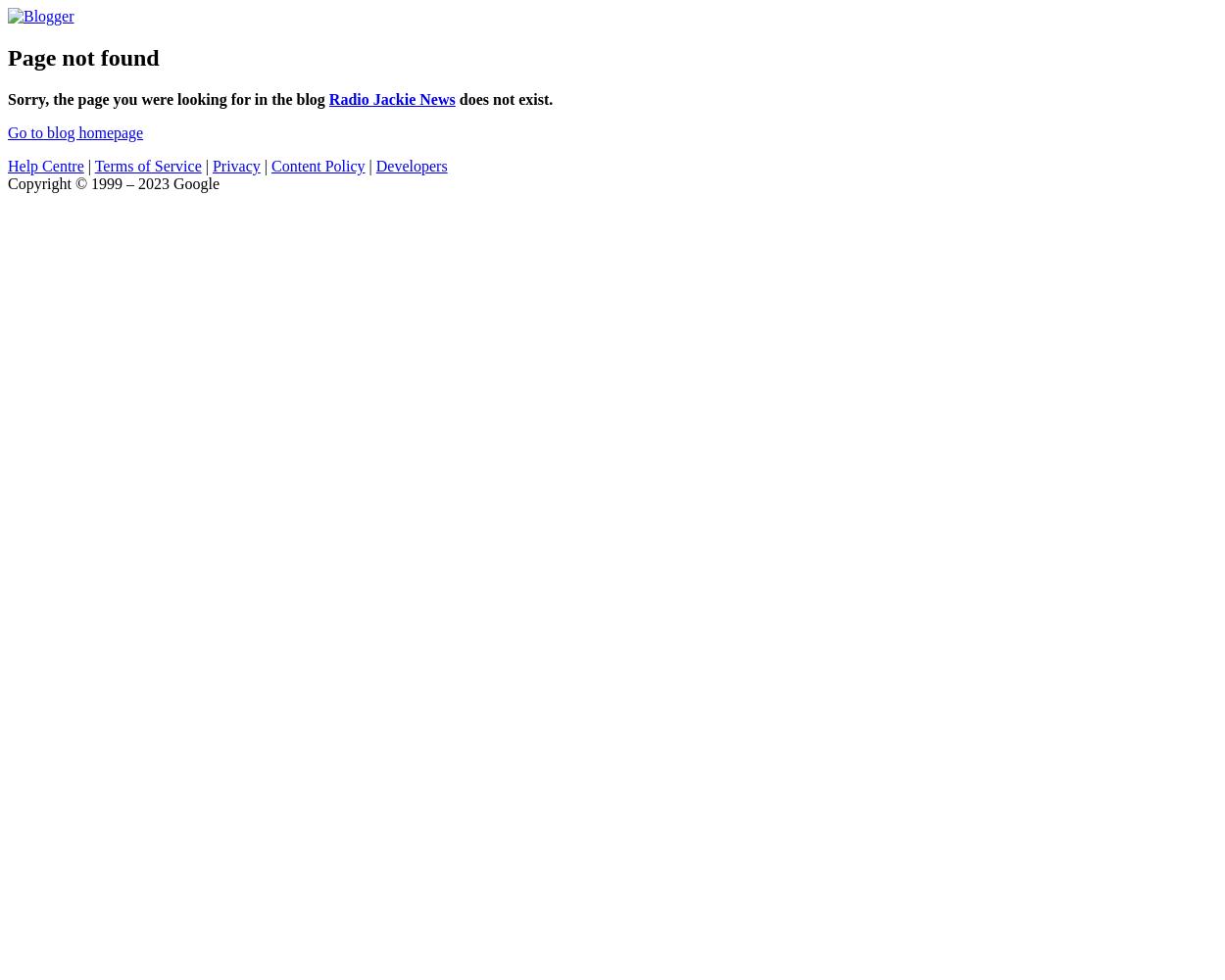 This screenshot has height=980, width=1225. Describe the element at coordinates (168, 97) in the screenshot. I see `'Sorry, the page you were looking for in the blog'` at that location.